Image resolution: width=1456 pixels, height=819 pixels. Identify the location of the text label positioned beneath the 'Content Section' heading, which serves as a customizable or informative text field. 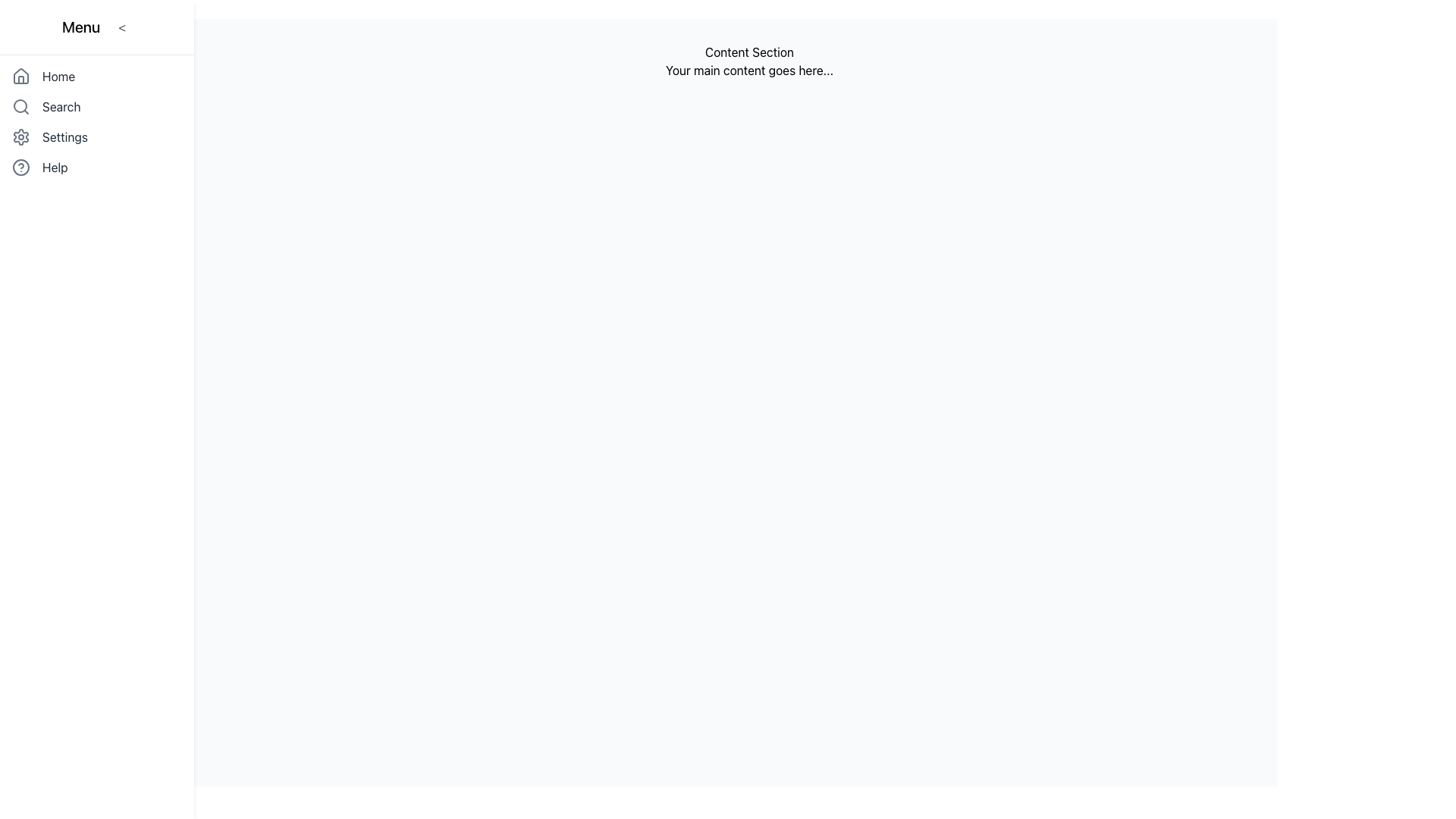
(749, 70).